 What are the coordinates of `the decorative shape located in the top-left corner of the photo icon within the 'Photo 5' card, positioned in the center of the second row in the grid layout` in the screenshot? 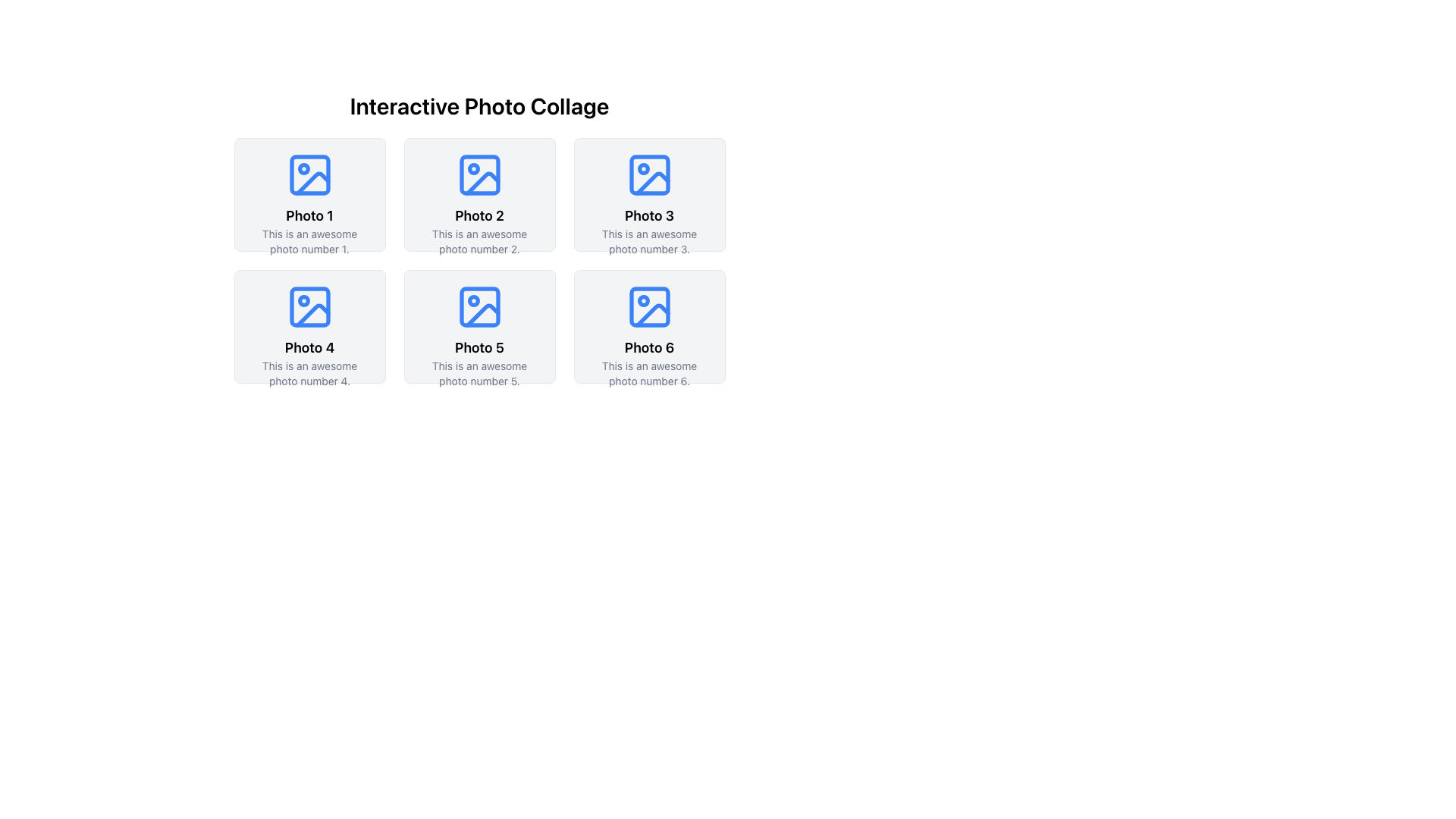 It's located at (479, 307).